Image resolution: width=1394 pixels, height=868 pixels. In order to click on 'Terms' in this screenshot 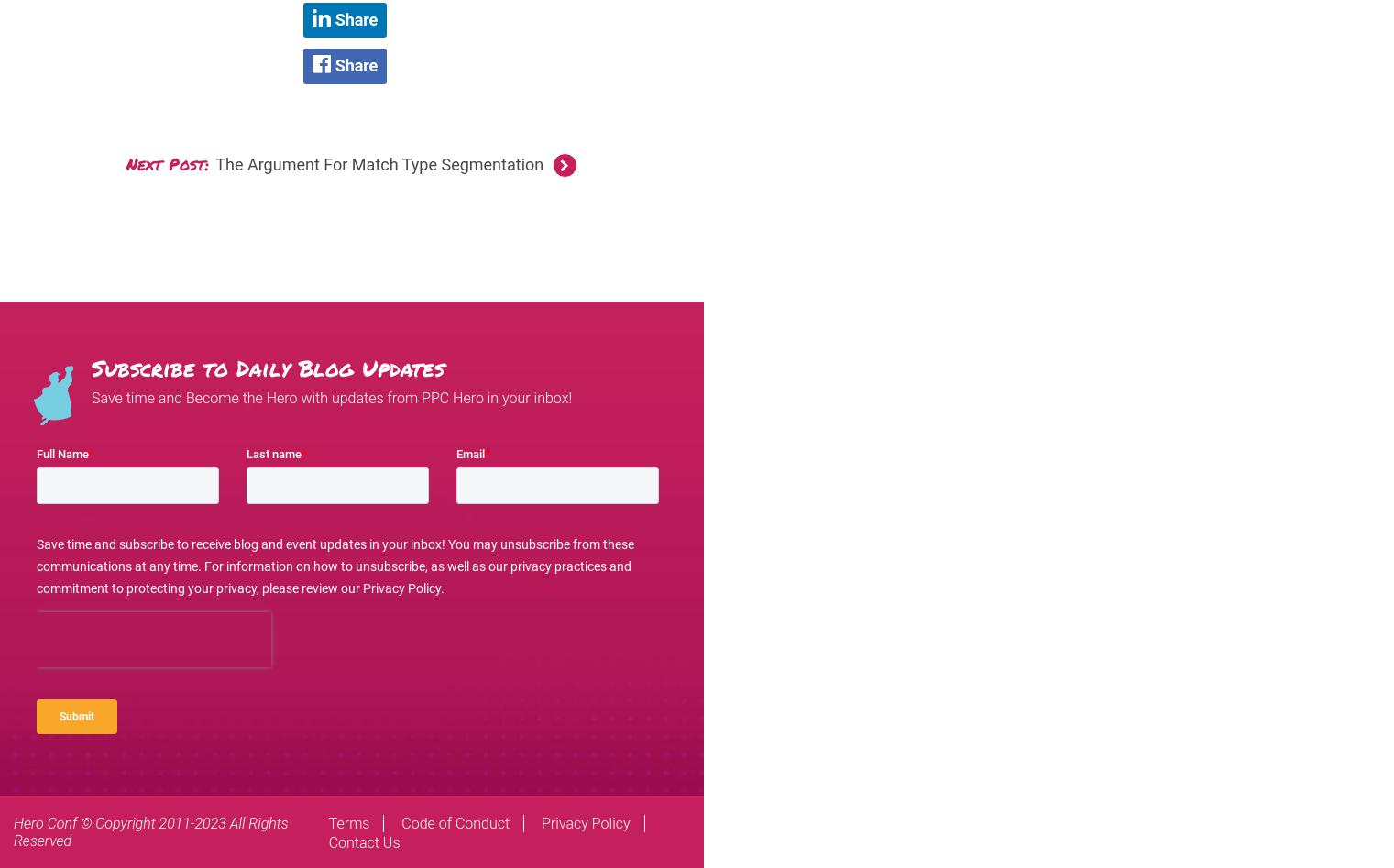, I will do `click(347, 822)`.